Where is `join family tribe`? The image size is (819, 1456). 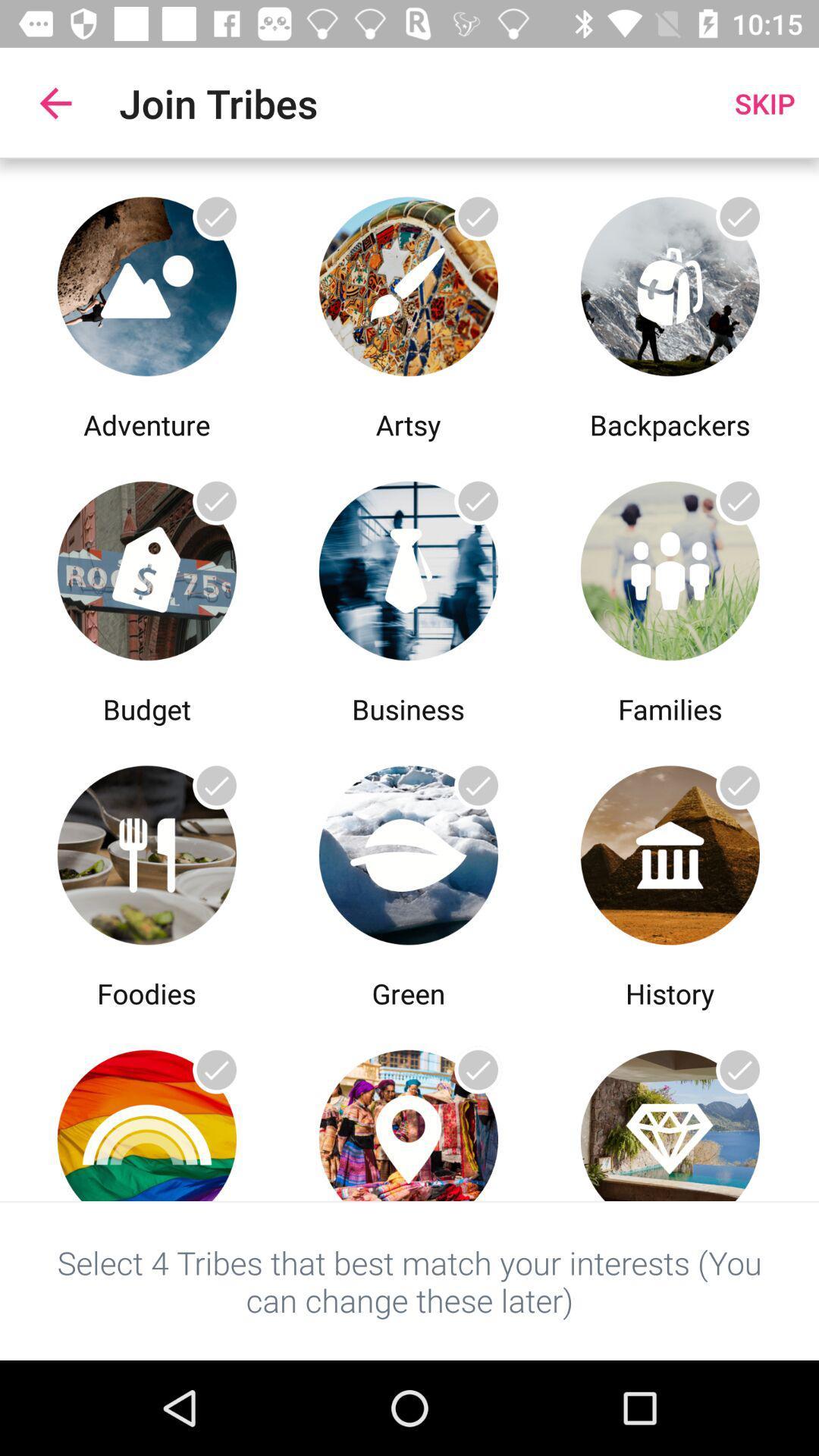 join family tribe is located at coordinates (669, 566).